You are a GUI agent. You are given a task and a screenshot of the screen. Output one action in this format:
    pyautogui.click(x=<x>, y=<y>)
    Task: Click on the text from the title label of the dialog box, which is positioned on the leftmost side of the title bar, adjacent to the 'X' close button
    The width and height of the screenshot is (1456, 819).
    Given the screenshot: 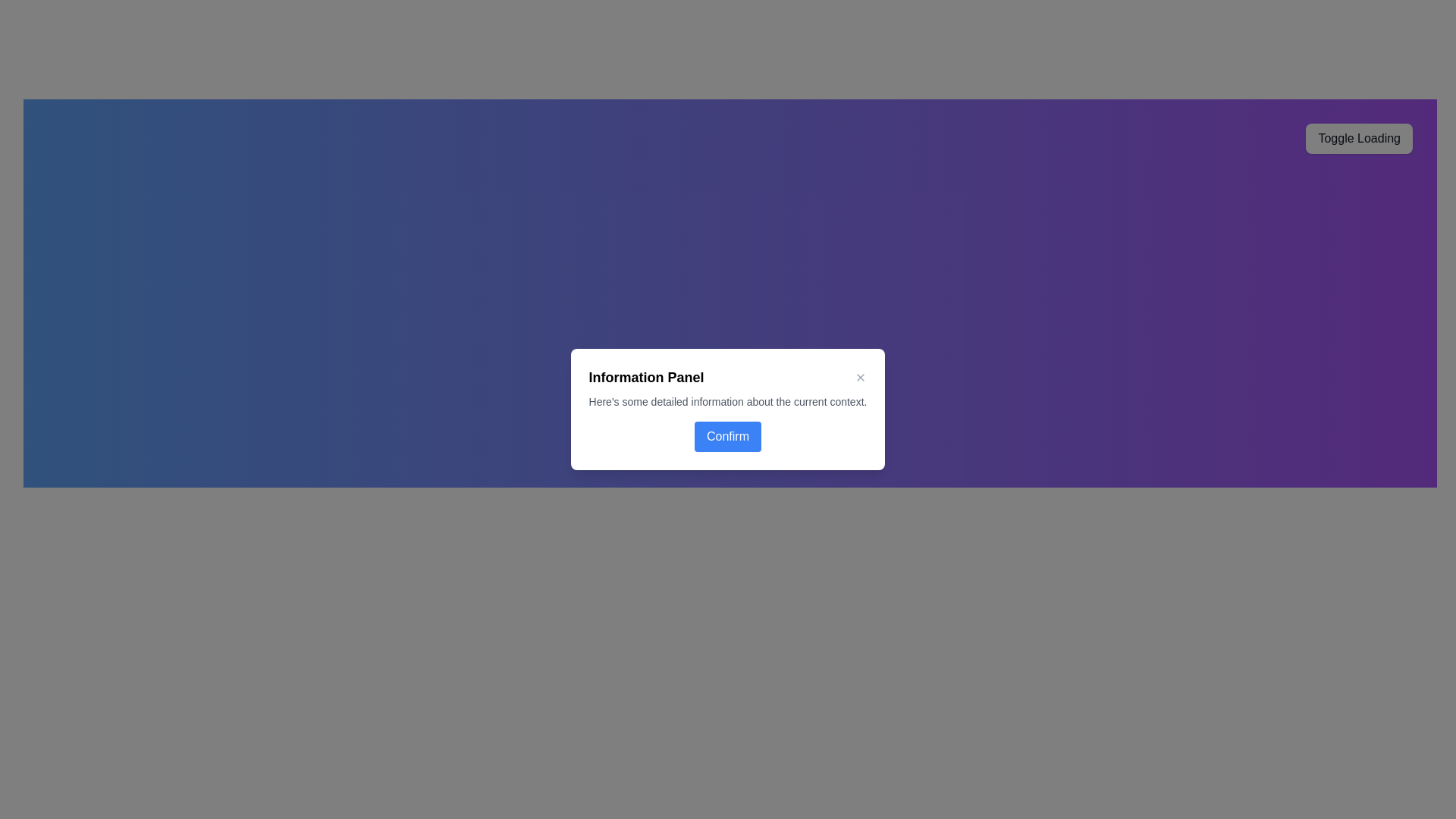 What is the action you would take?
    pyautogui.click(x=646, y=376)
    